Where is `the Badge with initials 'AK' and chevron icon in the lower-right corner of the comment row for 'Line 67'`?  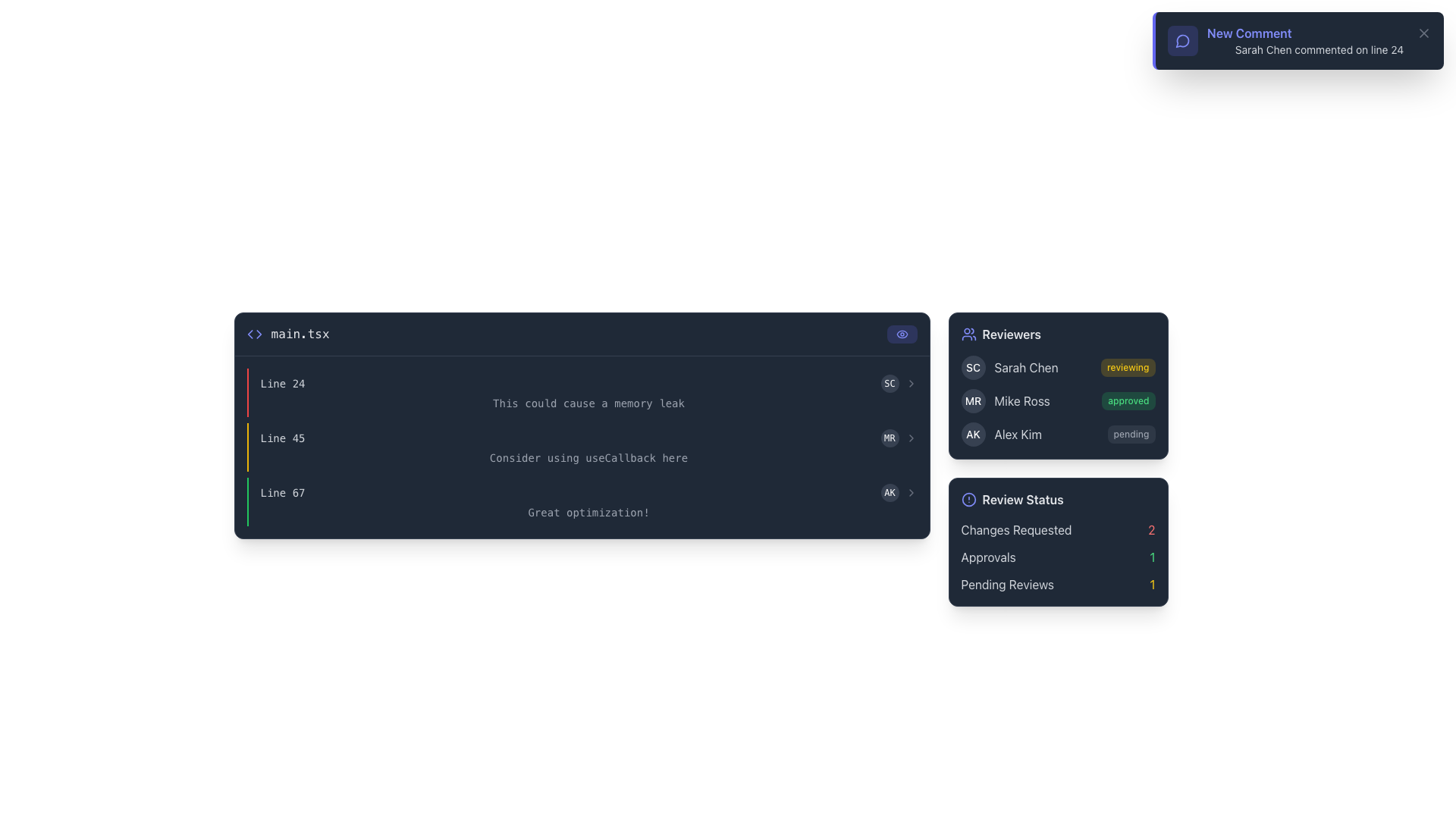 the Badge with initials 'AK' and chevron icon in the lower-right corner of the comment row for 'Line 67' is located at coordinates (899, 493).